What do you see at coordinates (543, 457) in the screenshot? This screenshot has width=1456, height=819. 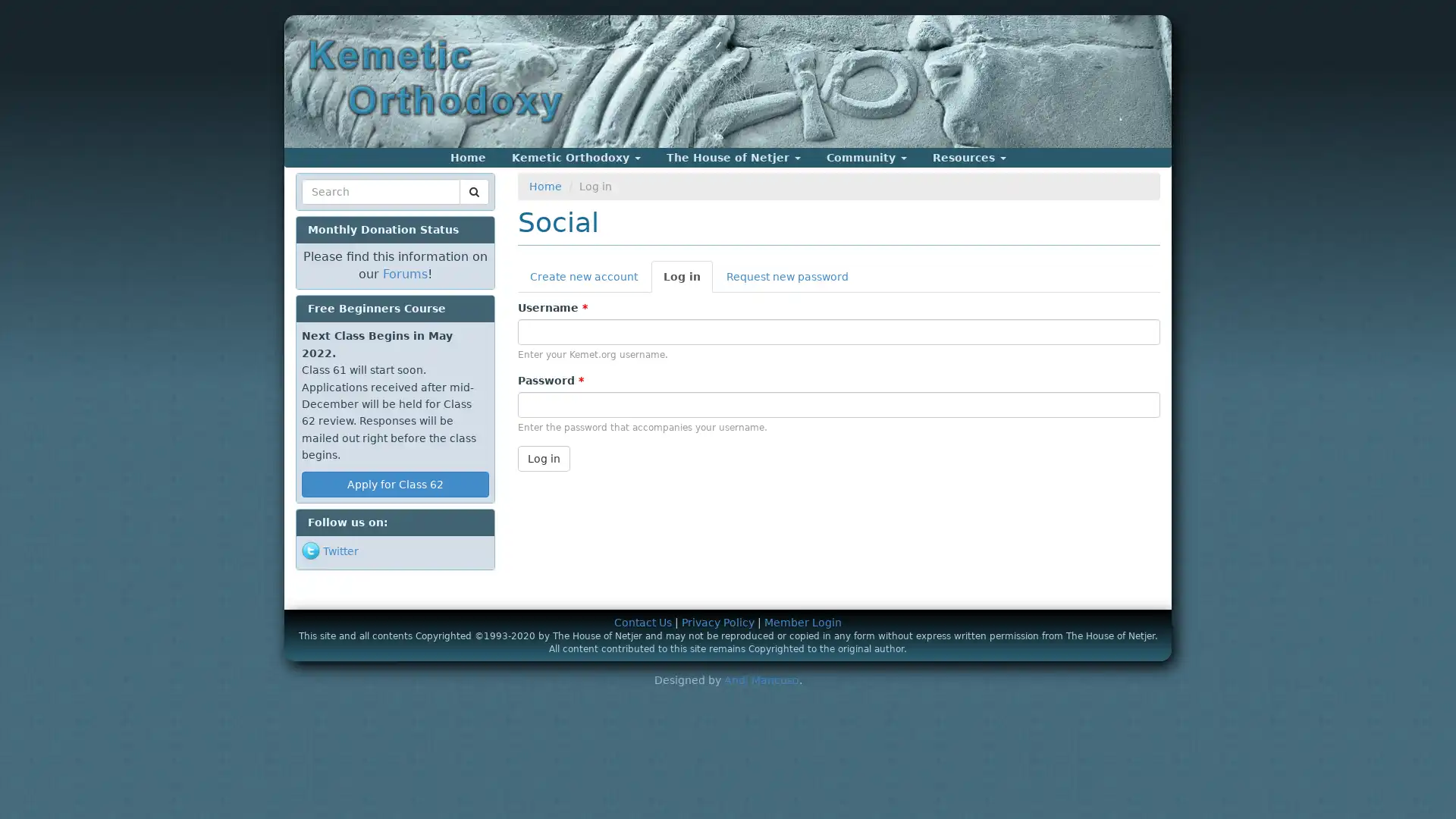 I see `Log in` at bounding box center [543, 457].